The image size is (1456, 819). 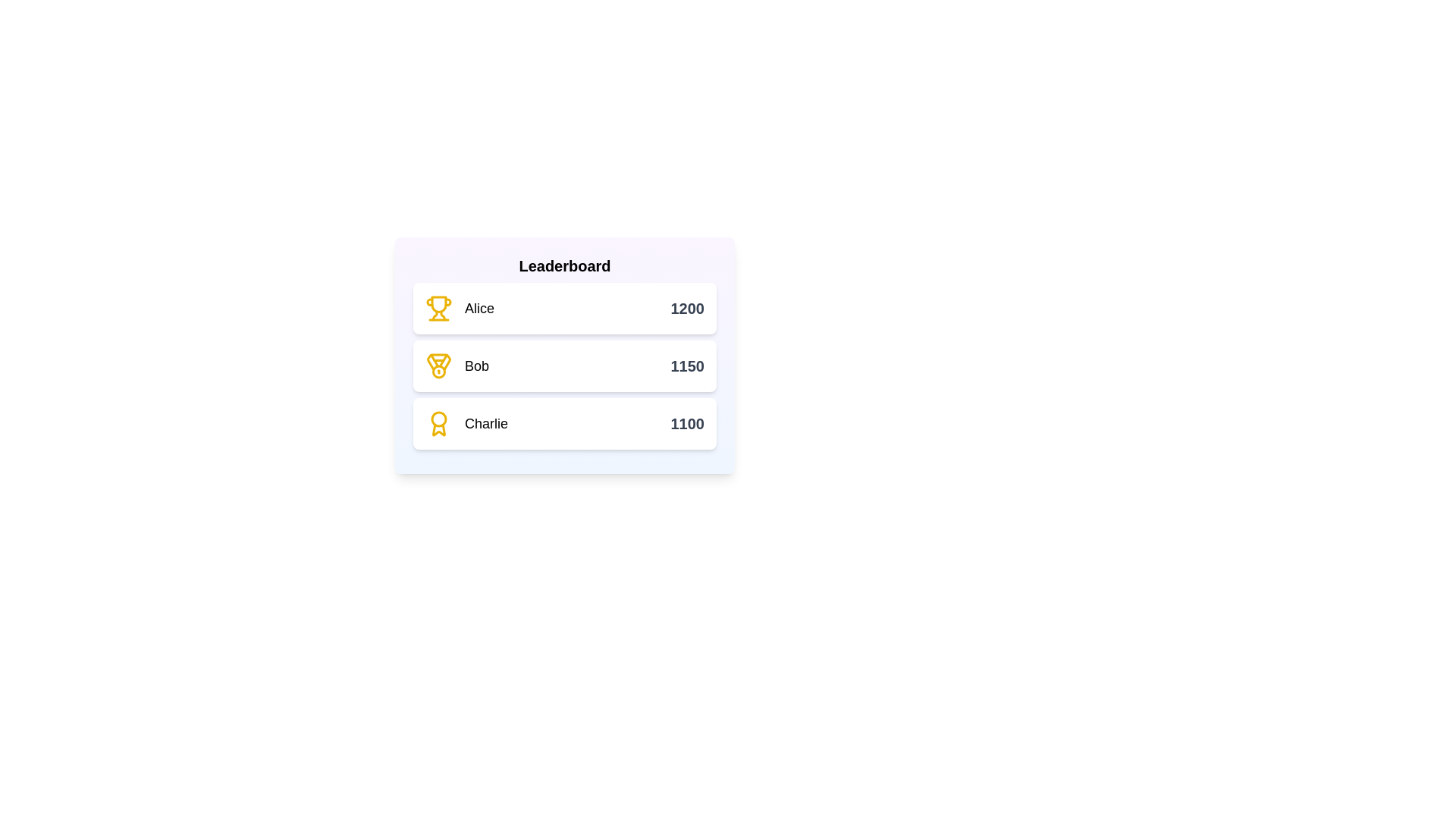 What do you see at coordinates (563, 424) in the screenshot?
I see `the leaderboard item corresponding to Charlie to observe the hover effect` at bounding box center [563, 424].